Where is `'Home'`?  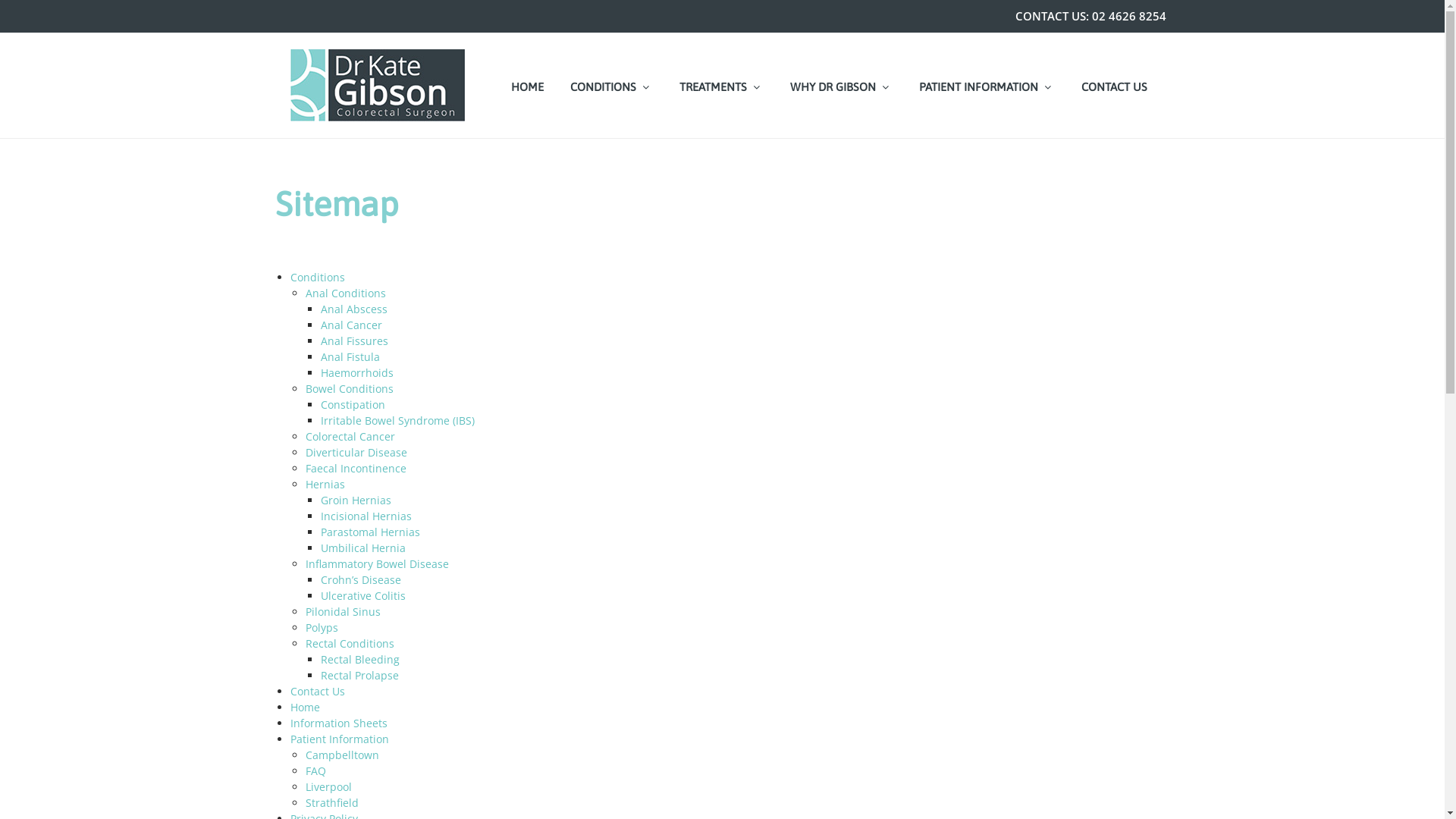 'Home' is located at coordinates (303, 707).